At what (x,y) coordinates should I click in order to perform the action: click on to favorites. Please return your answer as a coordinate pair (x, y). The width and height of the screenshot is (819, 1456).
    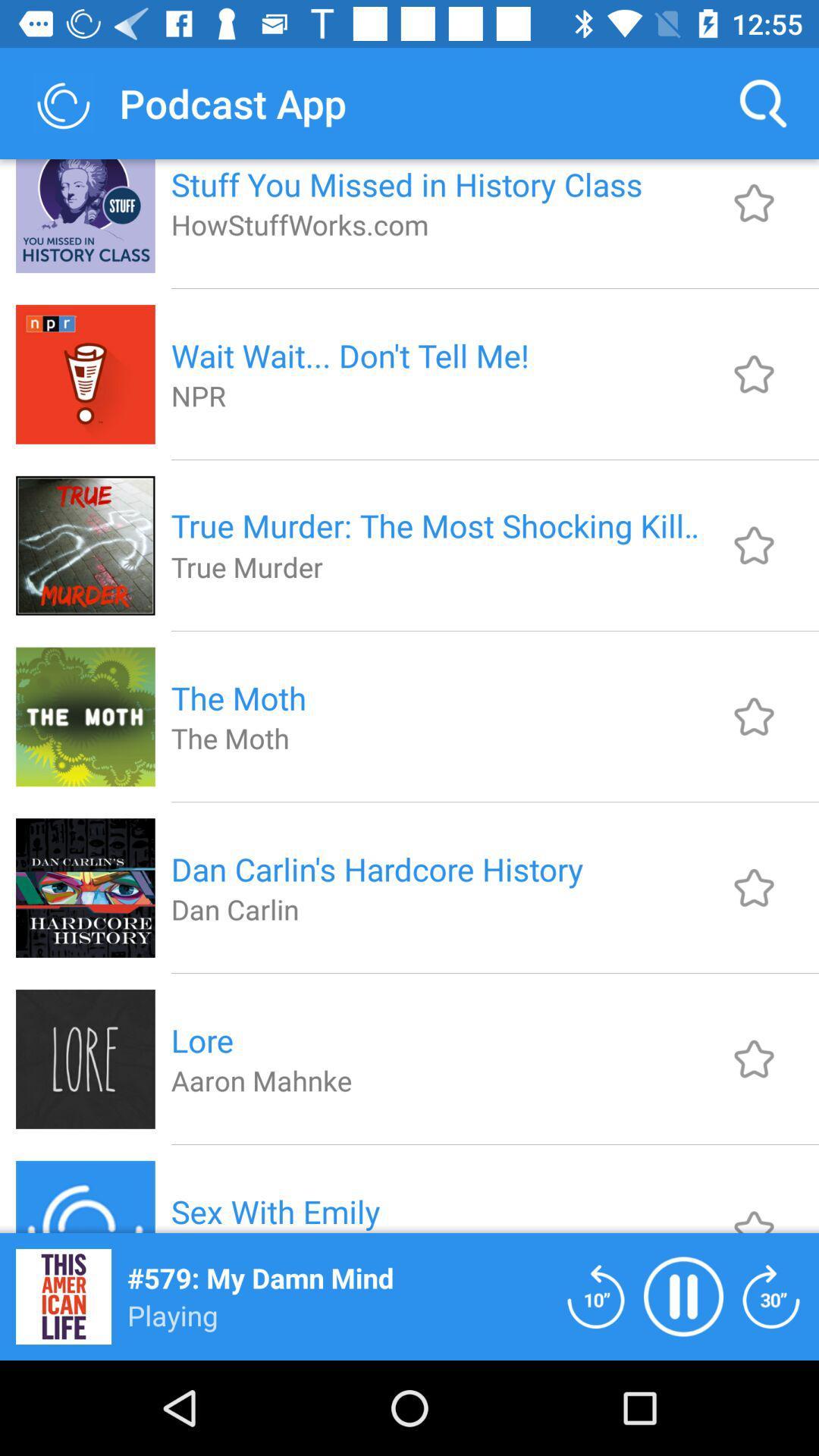
    Looking at the image, I should click on (754, 716).